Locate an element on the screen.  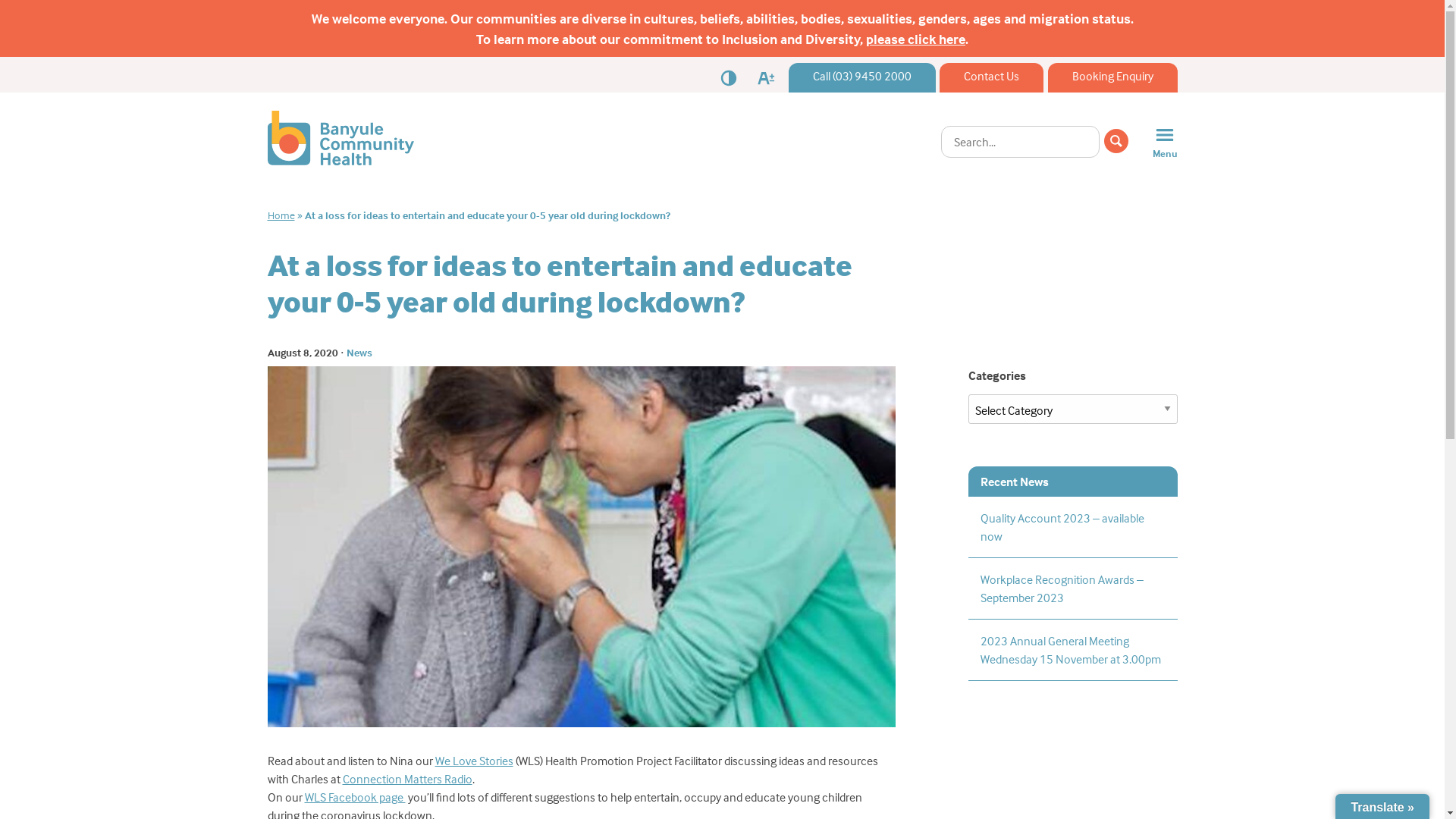
'Banyule Community Health' is located at coordinates (339, 161).